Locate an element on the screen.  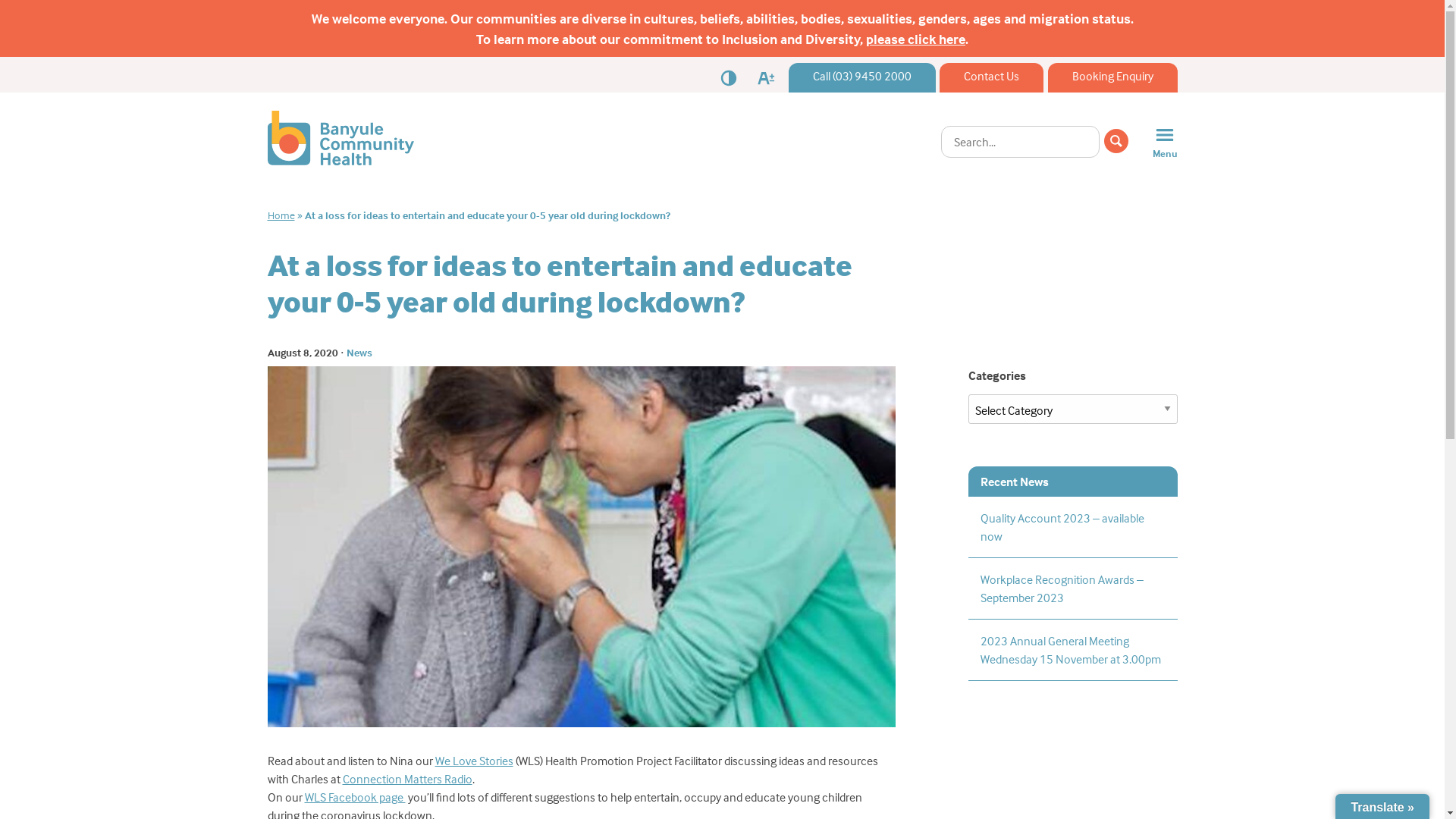
'Banyule Community Health' is located at coordinates (339, 161).